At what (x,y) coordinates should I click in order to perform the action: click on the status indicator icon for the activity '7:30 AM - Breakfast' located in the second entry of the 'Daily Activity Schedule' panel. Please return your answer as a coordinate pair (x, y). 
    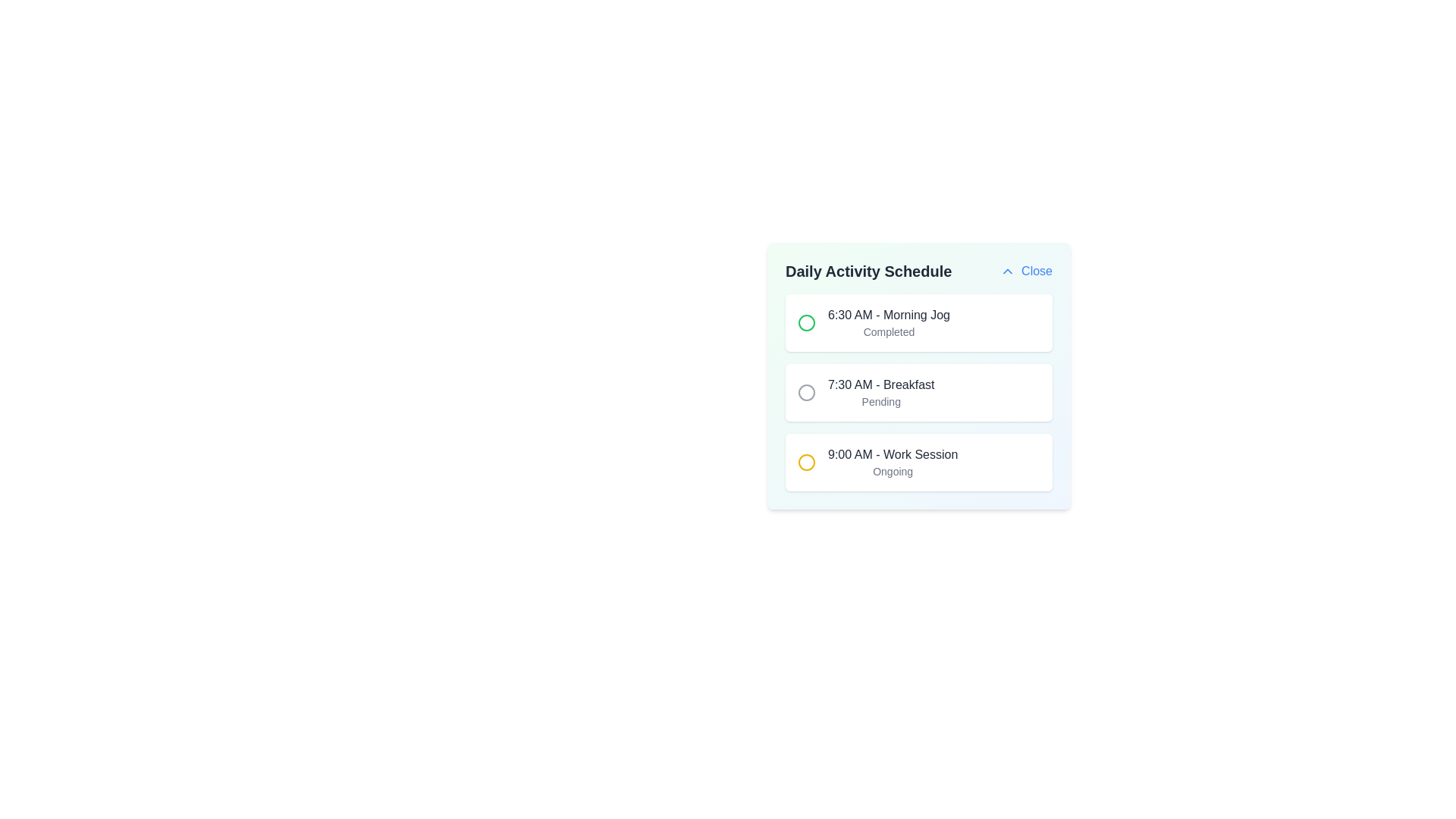
    Looking at the image, I should click on (806, 391).